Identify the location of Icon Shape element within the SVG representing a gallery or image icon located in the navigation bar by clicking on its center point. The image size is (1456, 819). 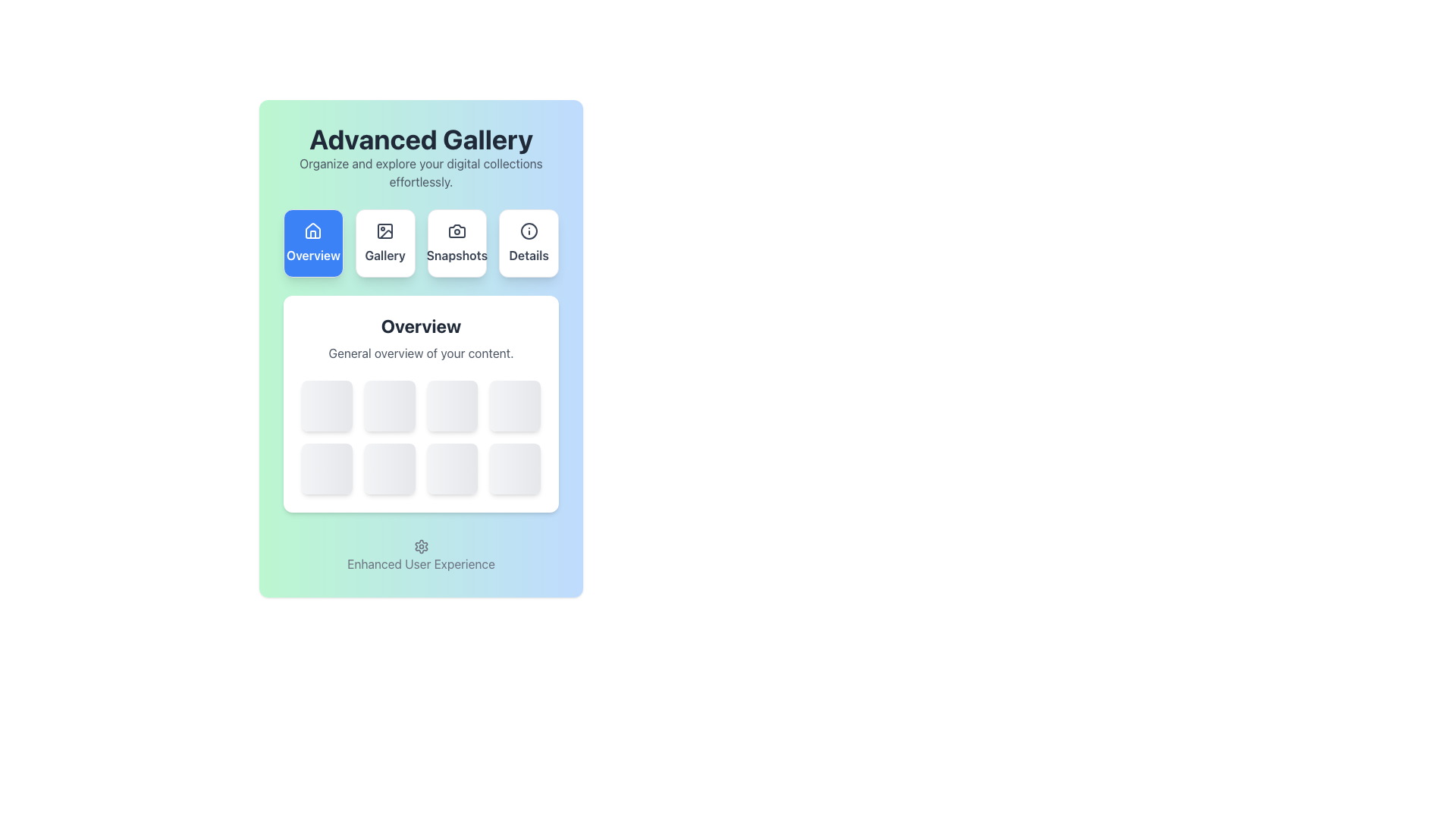
(386, 234).